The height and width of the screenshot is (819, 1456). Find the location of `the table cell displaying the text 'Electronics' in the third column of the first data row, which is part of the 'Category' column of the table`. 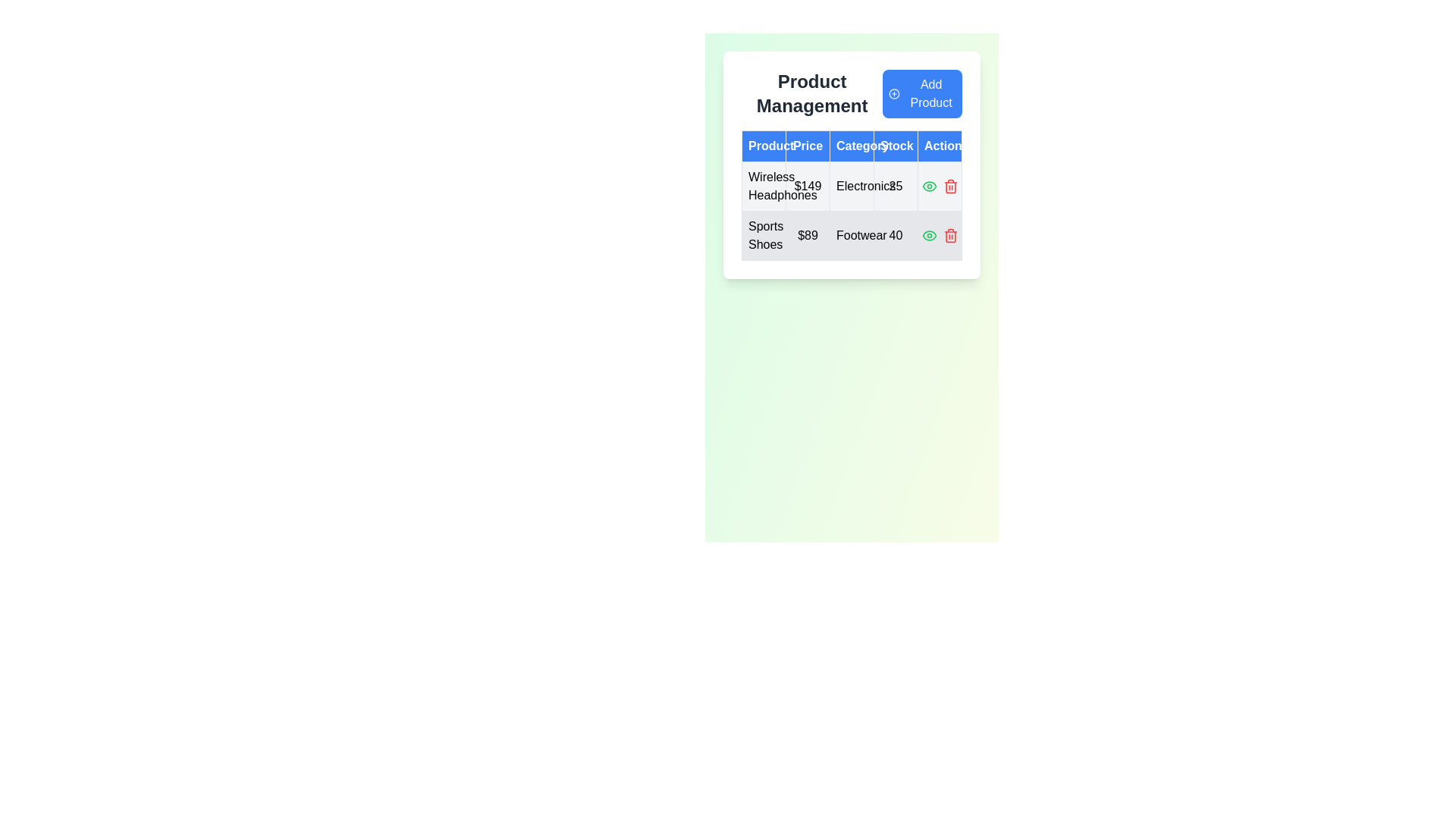

the table cell displaying the text 'Electronics' in the third column of the first data row, which is part of the 'Category' column of the table is located at coordinates (852, 186).